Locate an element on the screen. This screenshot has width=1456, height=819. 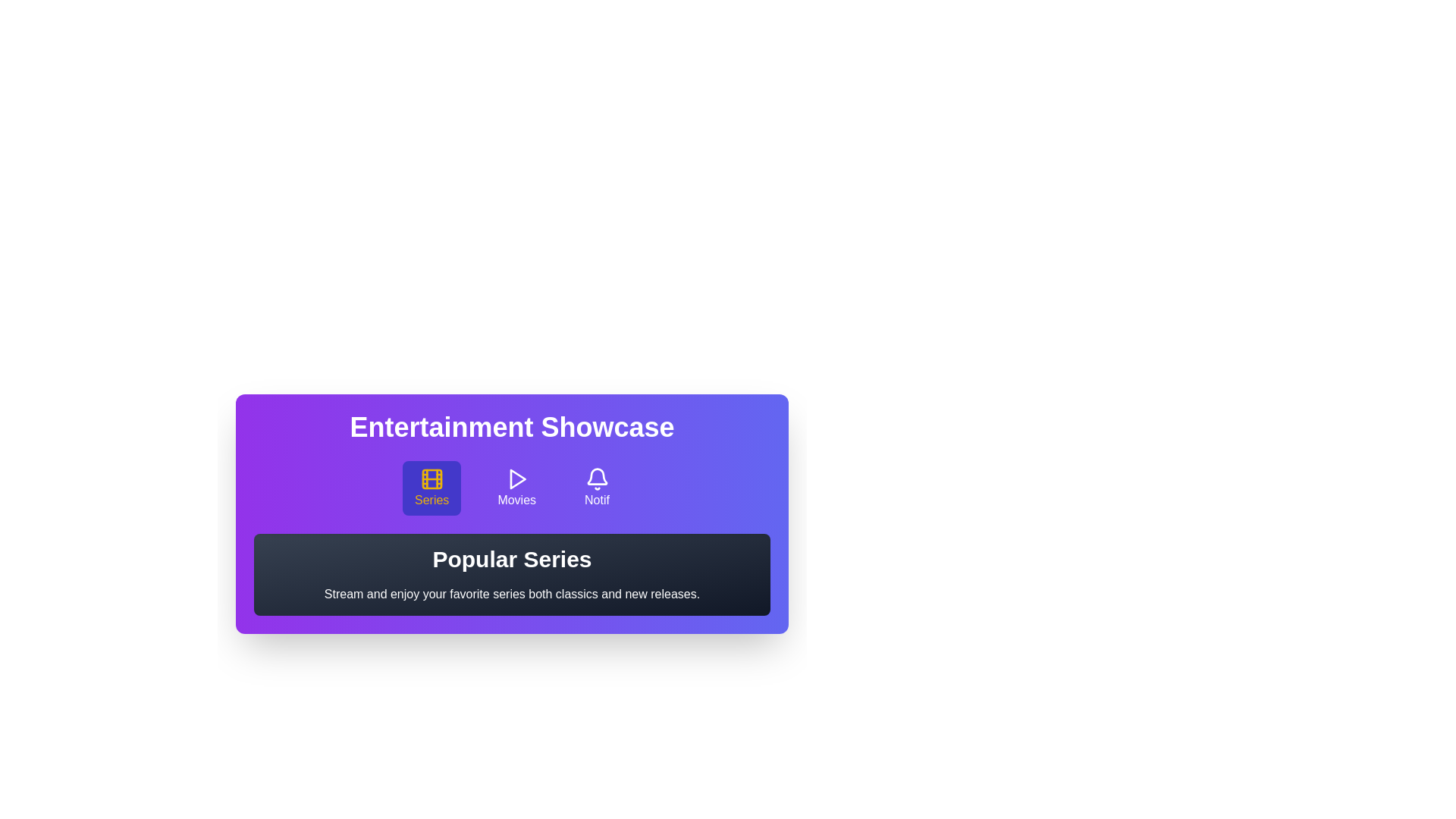
text content of the 'Popular Series' text block, which is styled with a gradient background, rounded corners, and contains the title in bold white text is located at coordinates (512, 575).